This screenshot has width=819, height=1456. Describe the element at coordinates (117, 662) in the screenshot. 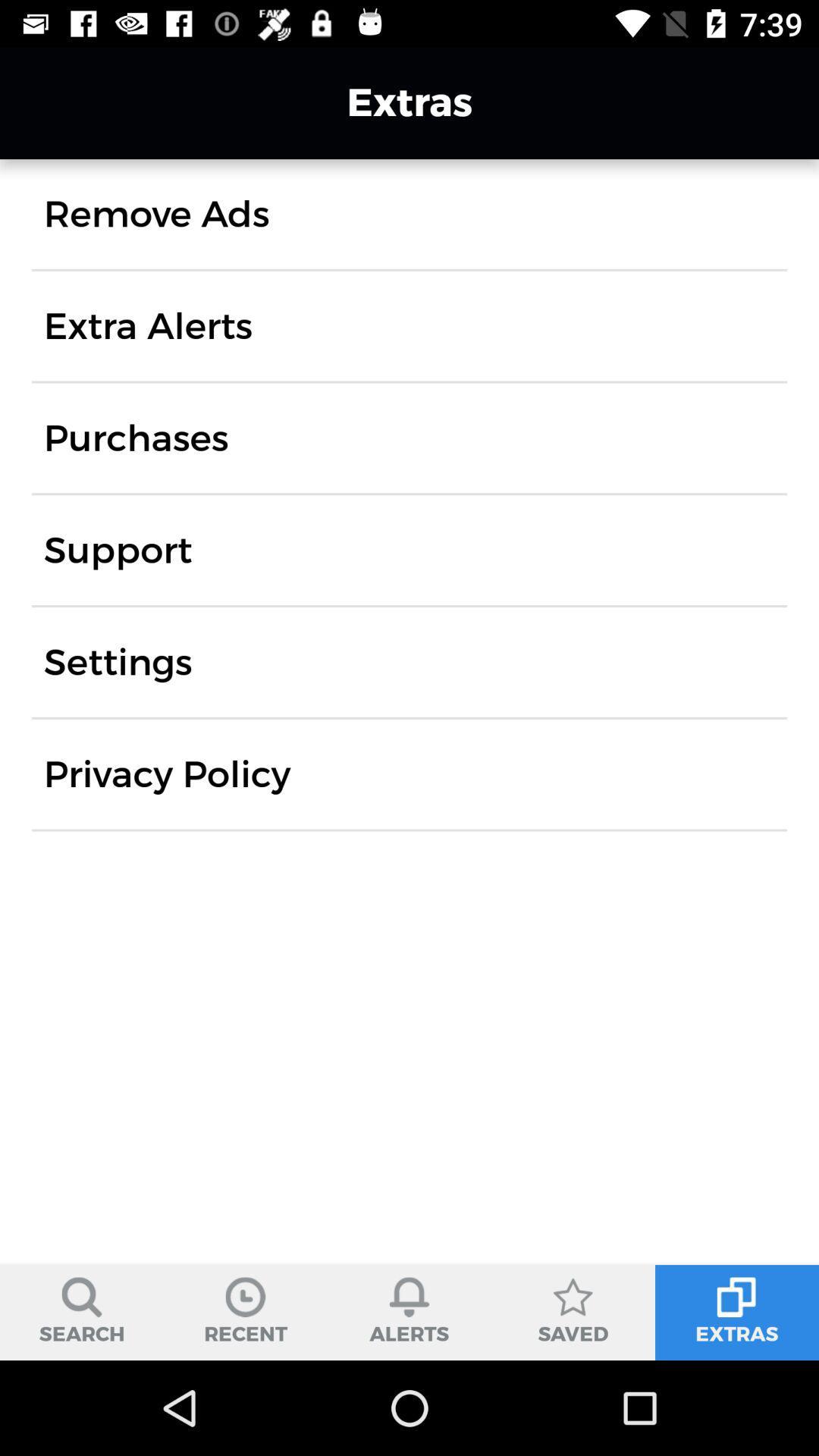

I see `the icon below support icon` at that location.